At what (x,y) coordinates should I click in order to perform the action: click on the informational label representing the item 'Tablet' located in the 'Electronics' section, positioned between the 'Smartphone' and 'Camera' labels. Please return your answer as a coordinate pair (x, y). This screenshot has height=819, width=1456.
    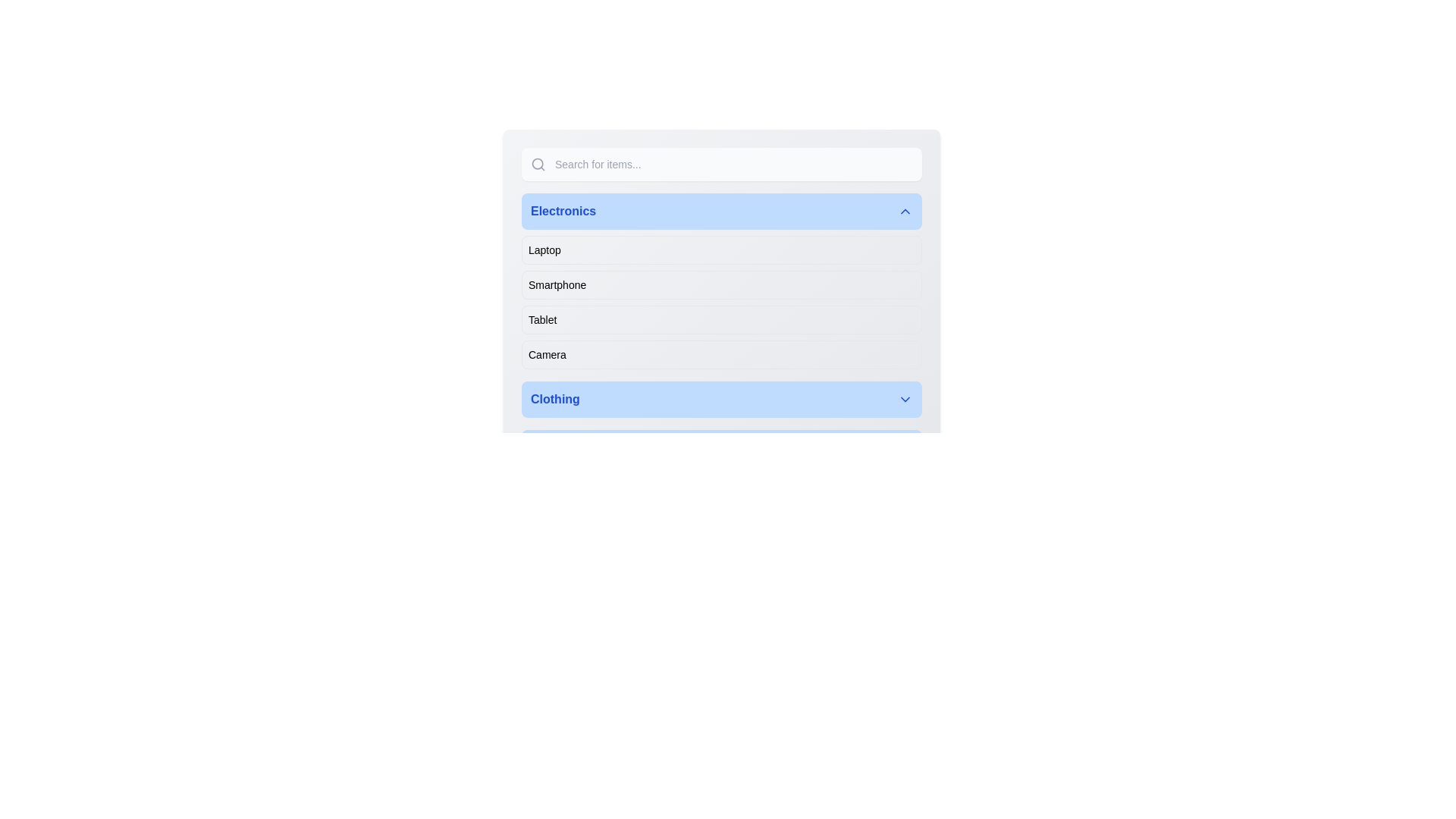
    Looking at the image, I should click on (542, 318).